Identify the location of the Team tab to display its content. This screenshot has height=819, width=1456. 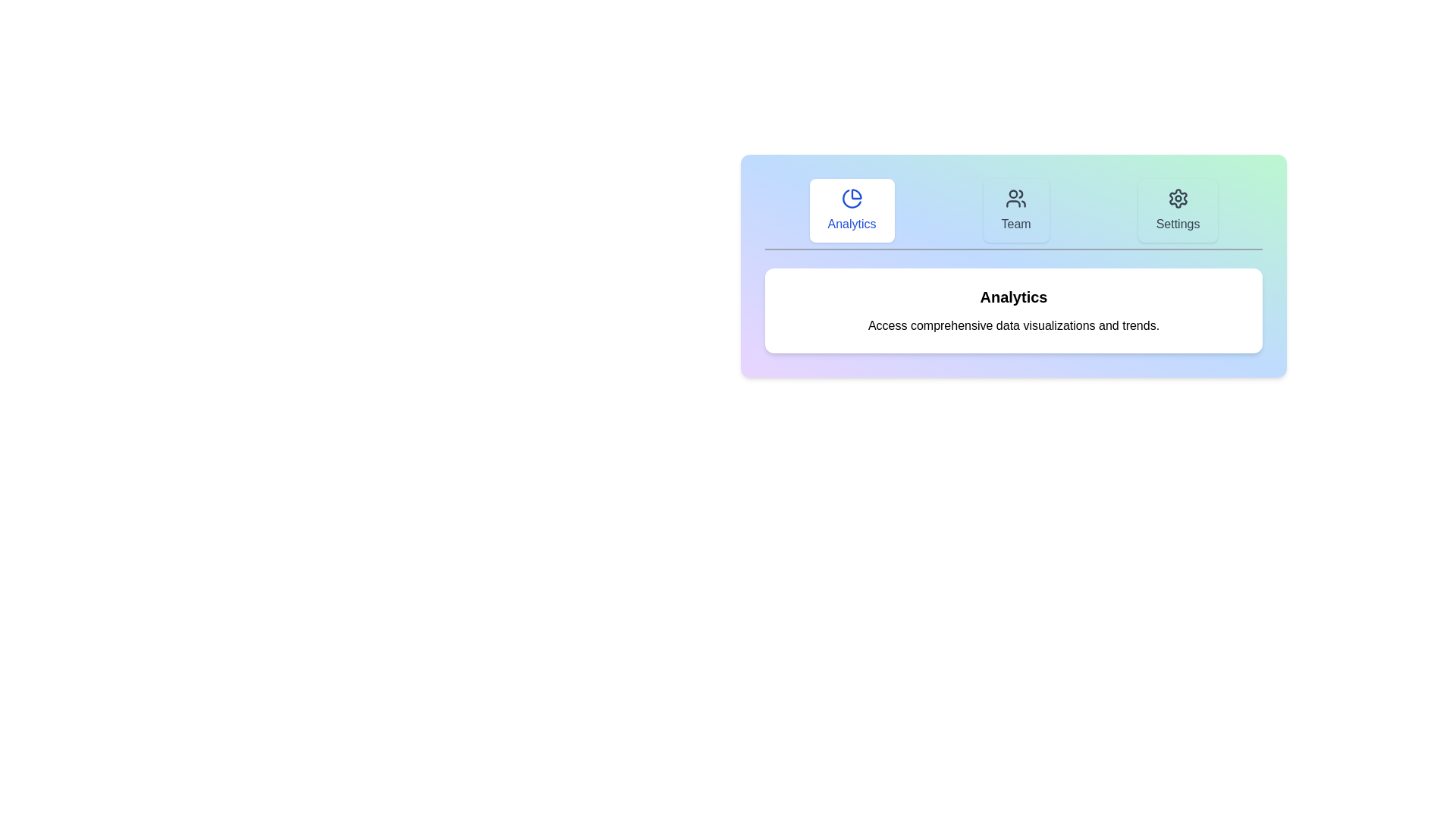
(1016, 210).